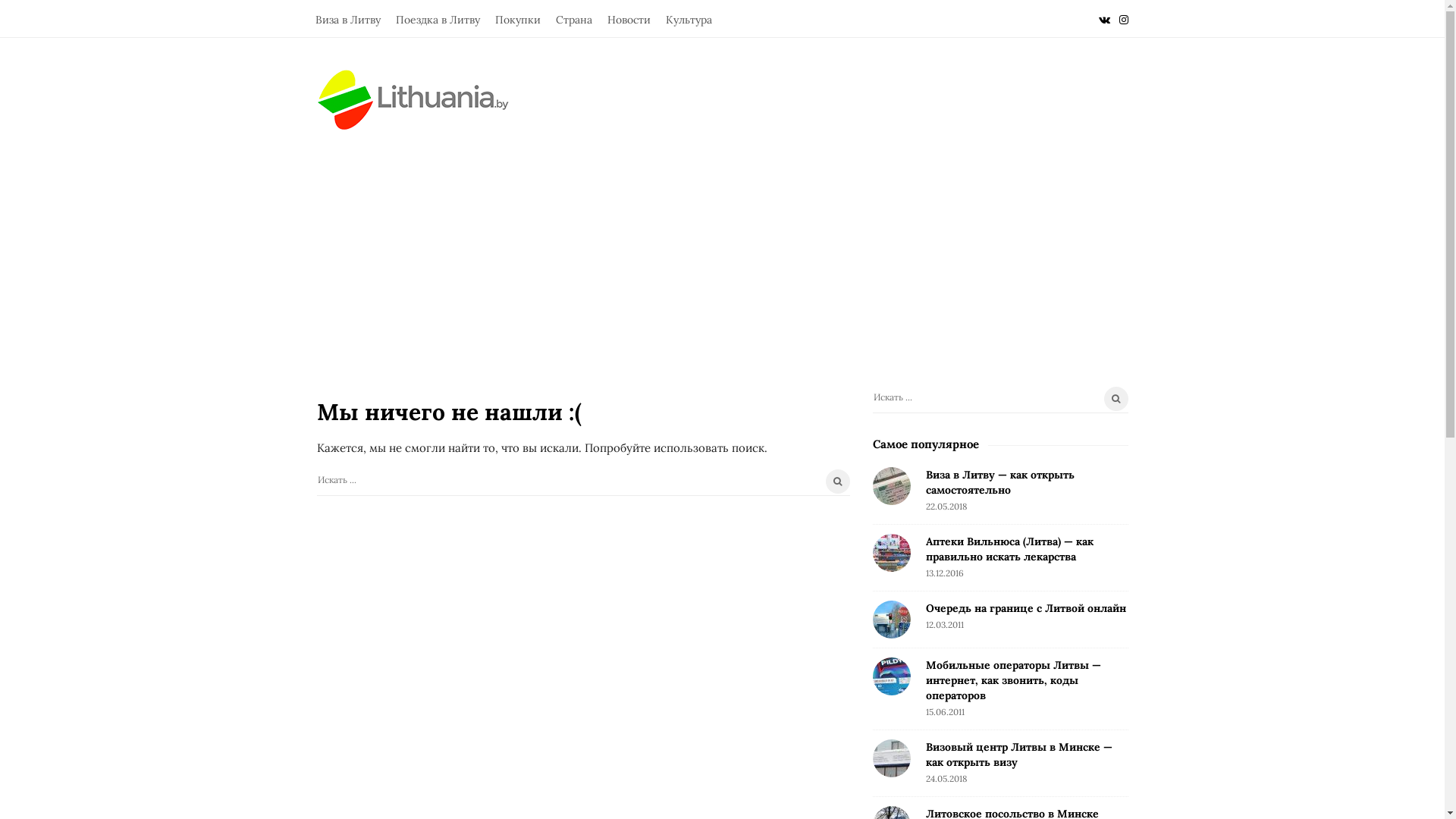 This screenshot has width=1456, height=819. What do you see at coordinates (1124, 18) in the screenshot?
I see `'Instagram'` at bounding box center [1124, 18].